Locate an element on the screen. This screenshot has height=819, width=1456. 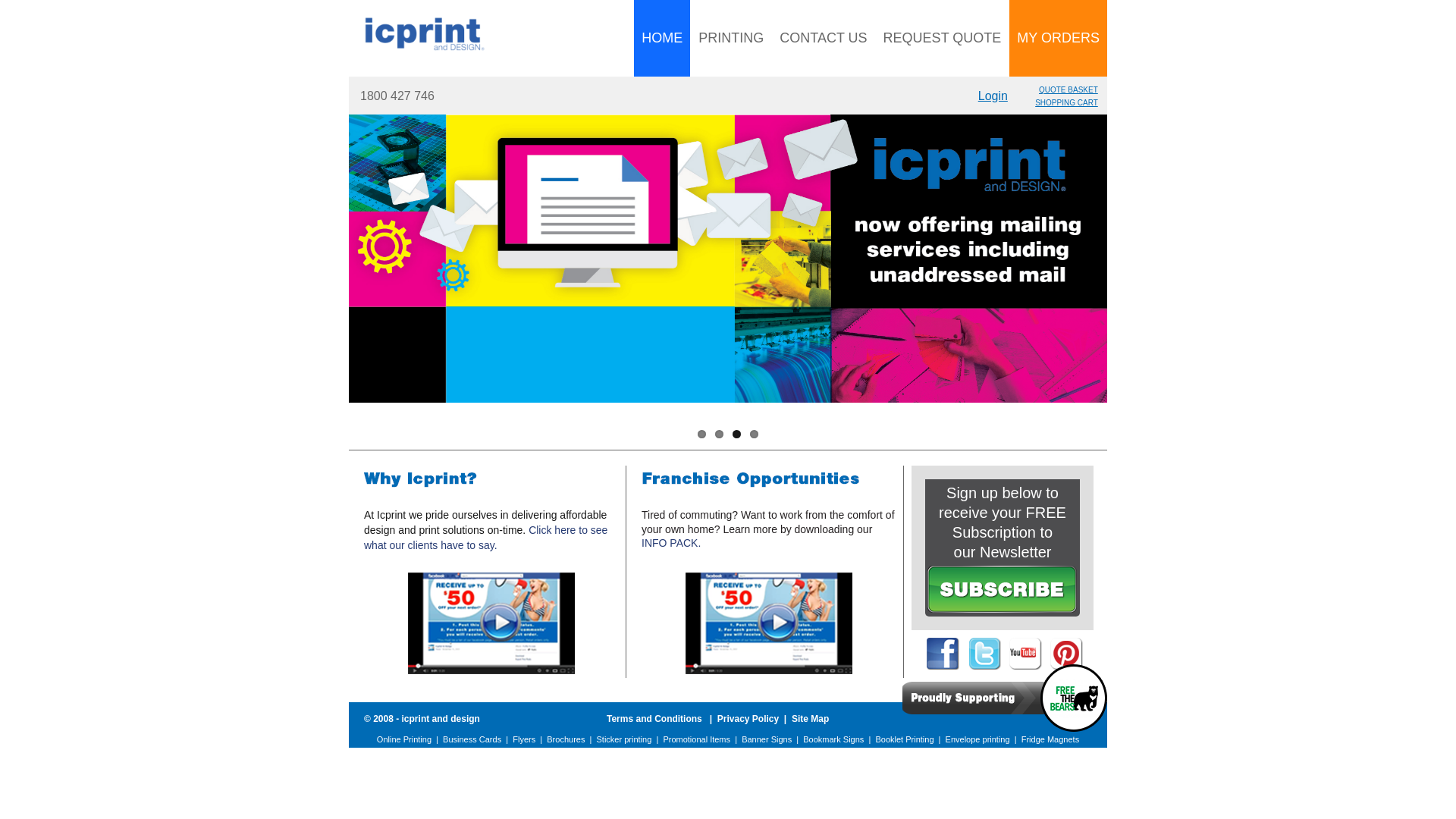
'Click here to see is located at coordinates (485, 537).